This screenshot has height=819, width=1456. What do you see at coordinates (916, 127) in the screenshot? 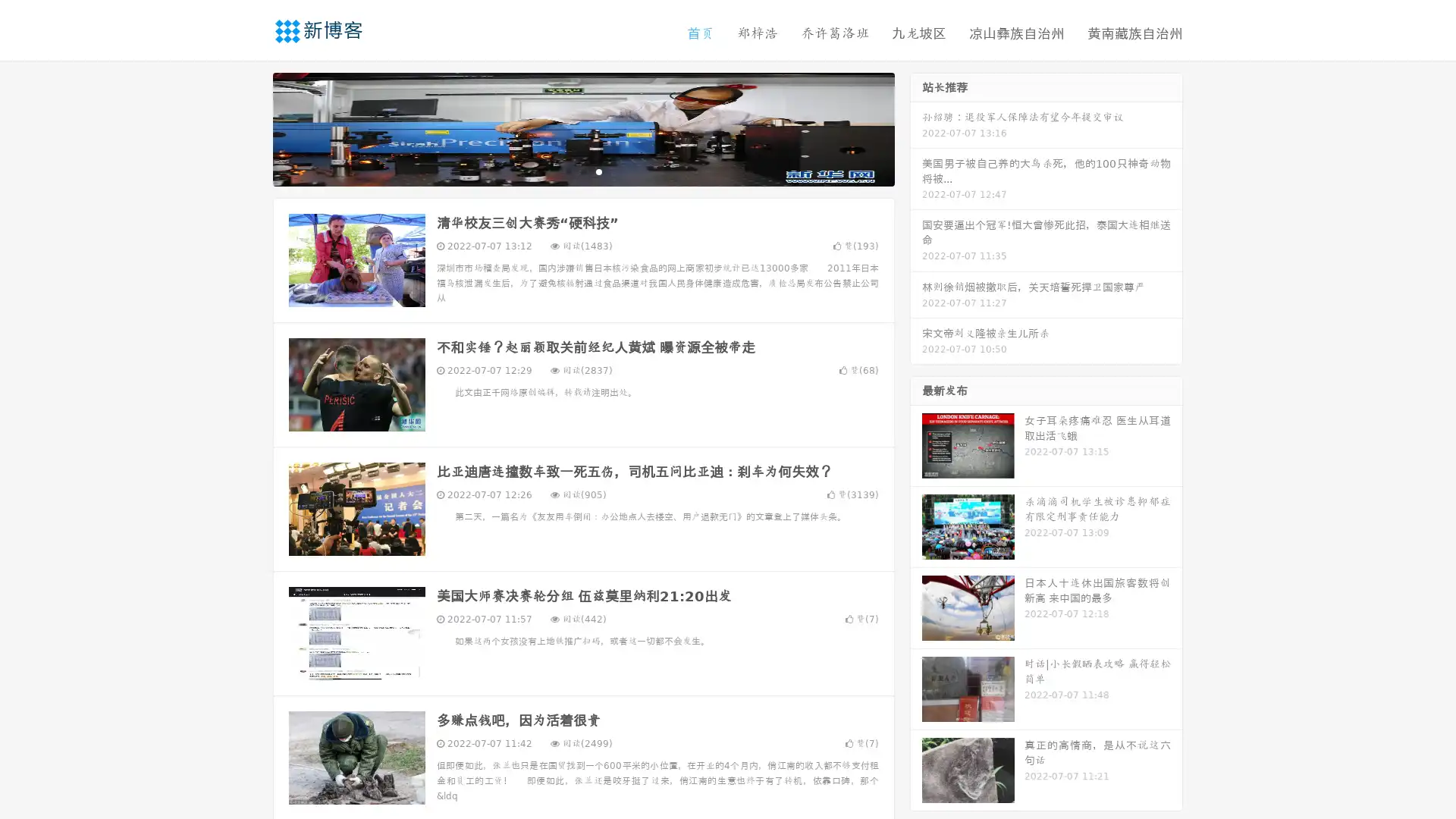
I see `Next slide` at bounding box center [916, 127].